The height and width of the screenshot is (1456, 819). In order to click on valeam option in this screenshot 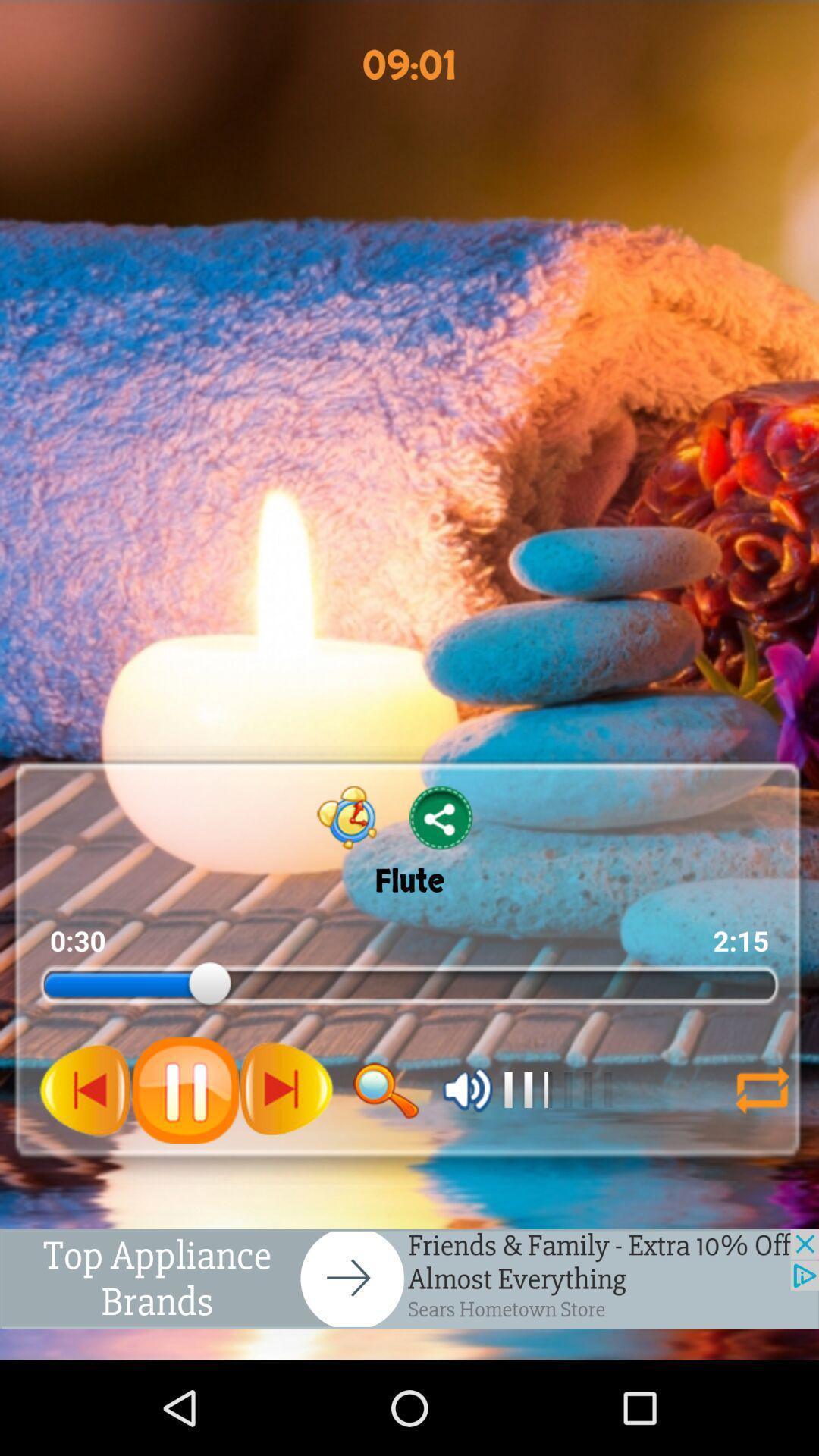, I will do `click(467, 1089)`.